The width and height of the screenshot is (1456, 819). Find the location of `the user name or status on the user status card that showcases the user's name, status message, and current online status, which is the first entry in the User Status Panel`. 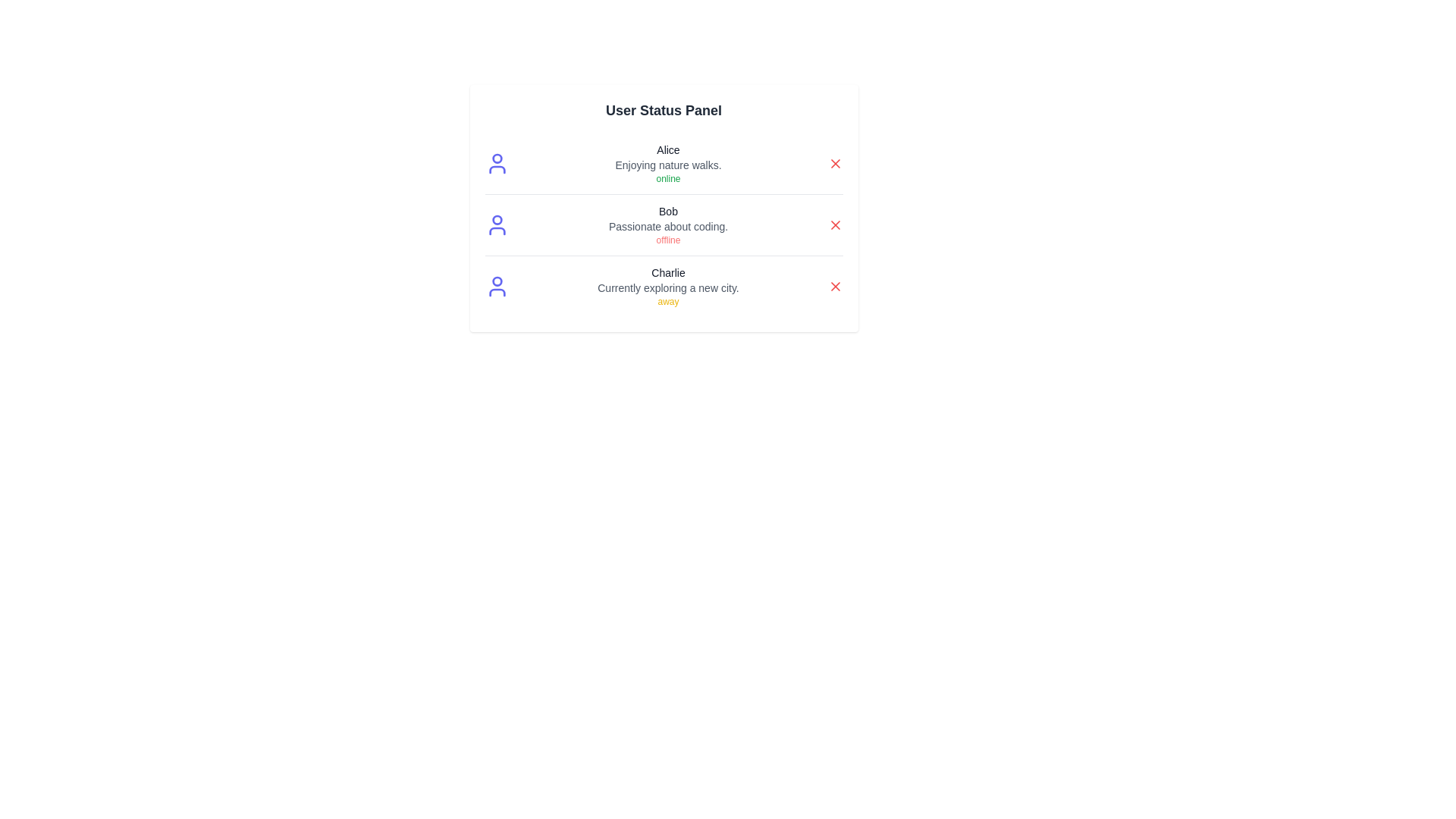

the user name or status on the user status card that showcases the user's name, status message, and current online status, which is the first entry in the User Status Panel is located at coordinates (664, 164).